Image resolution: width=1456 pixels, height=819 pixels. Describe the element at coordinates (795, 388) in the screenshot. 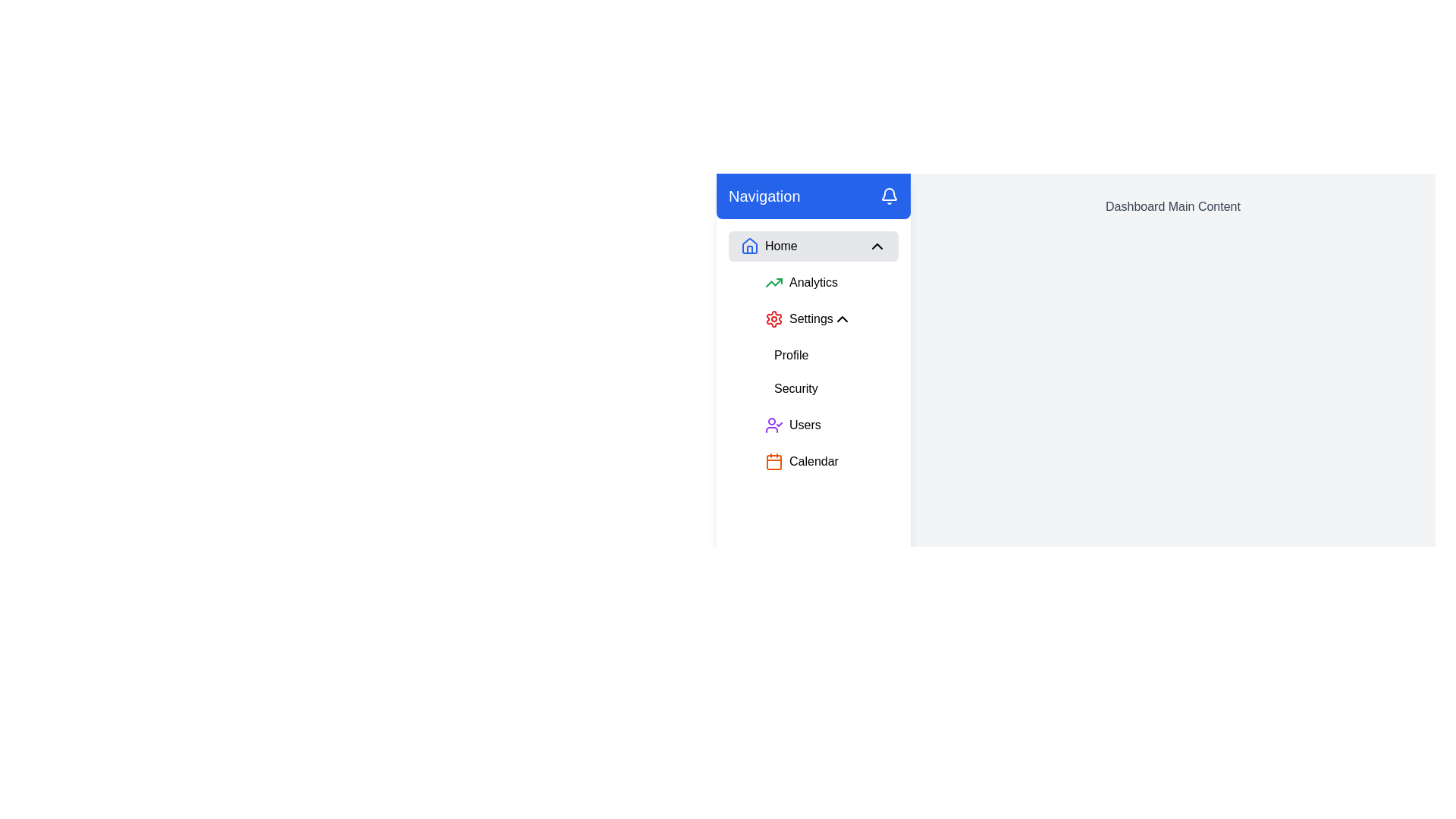

I see `the 'Security' button located in the Profile section of the vertical navigation panel` at that location.